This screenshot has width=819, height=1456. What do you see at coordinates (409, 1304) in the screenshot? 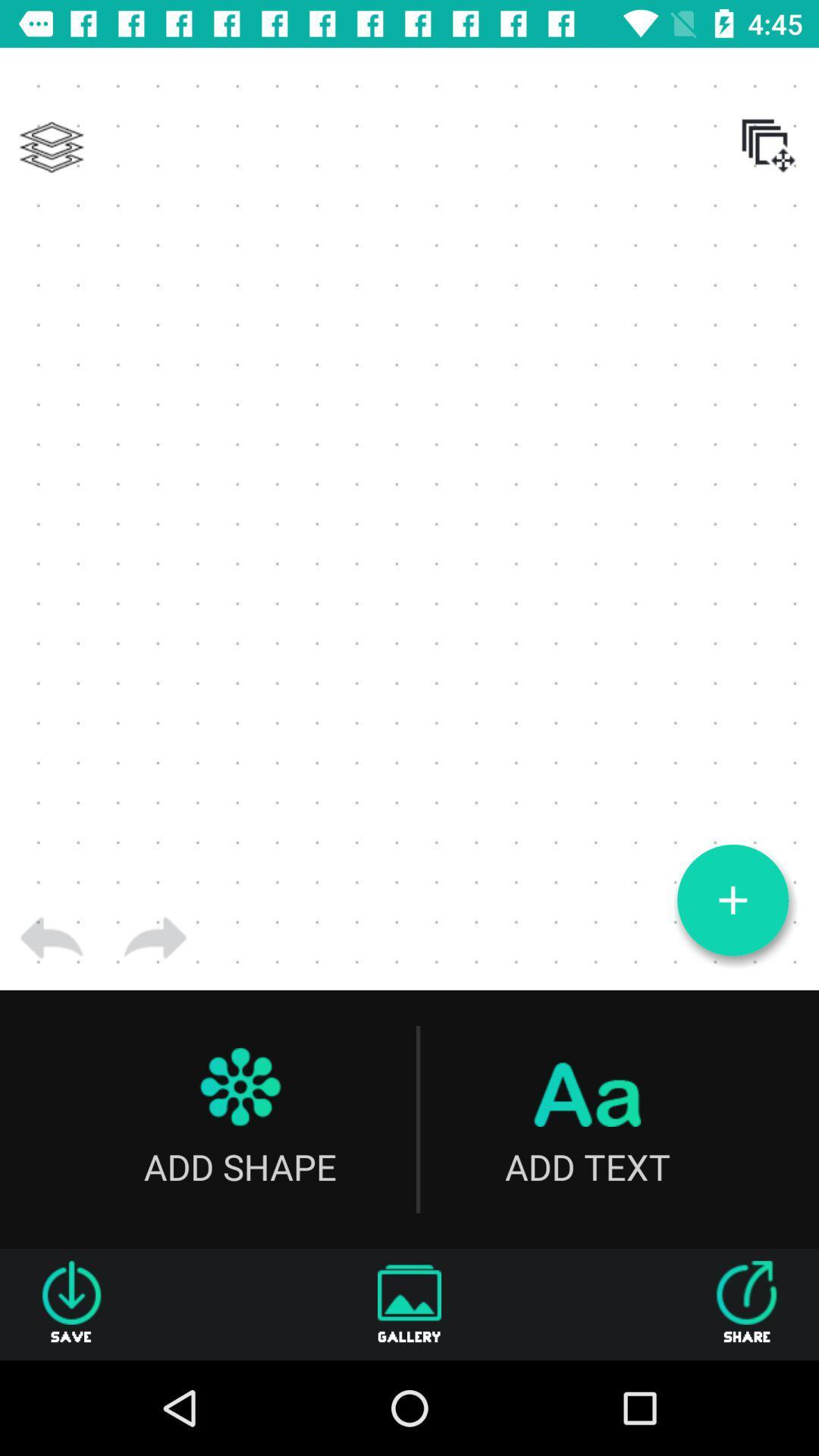
I see `icon next to save icon` at bounding box center [409, 1304].